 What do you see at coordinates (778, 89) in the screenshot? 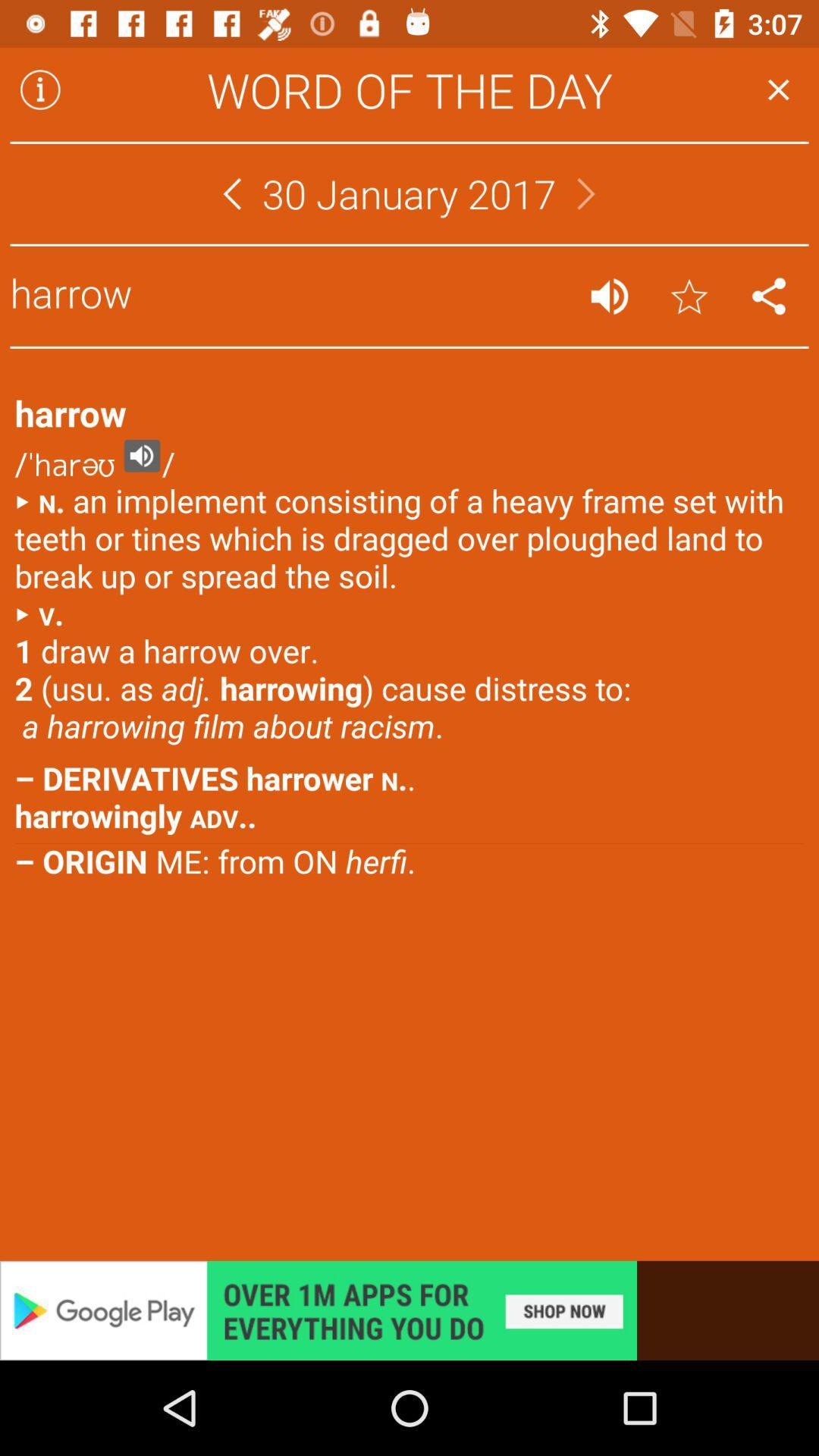
I see `option` at bounding box center [778, 89].